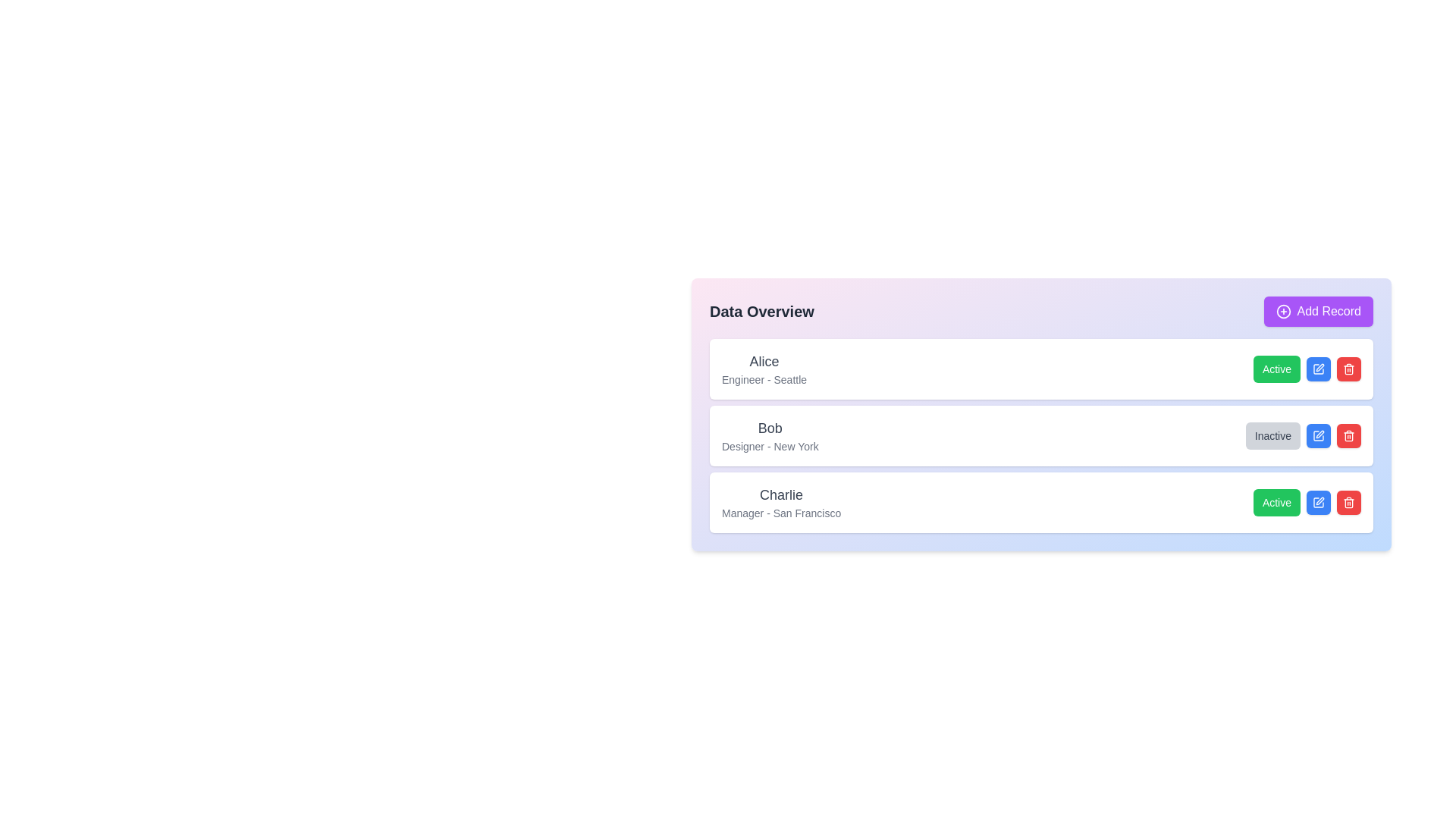 The width and height of the screenshot is (1456, 819). What do you see at coordinates (1317, 435) in the screenshot?
I see `the edit button for the user 'Bob' located in the second row of the user table in the 'Data Overview' section` at bounding box center [1317, 435].